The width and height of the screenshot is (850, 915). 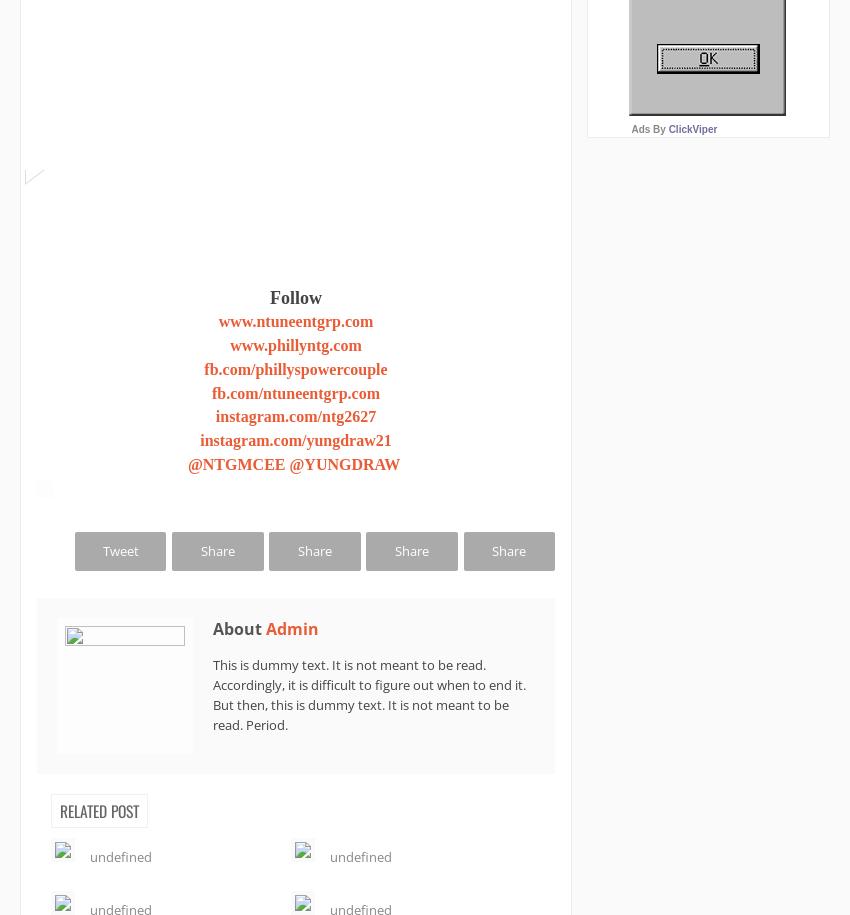 I want to click on 'instagram.com/yungdraw21', so click(x=199, y=440).